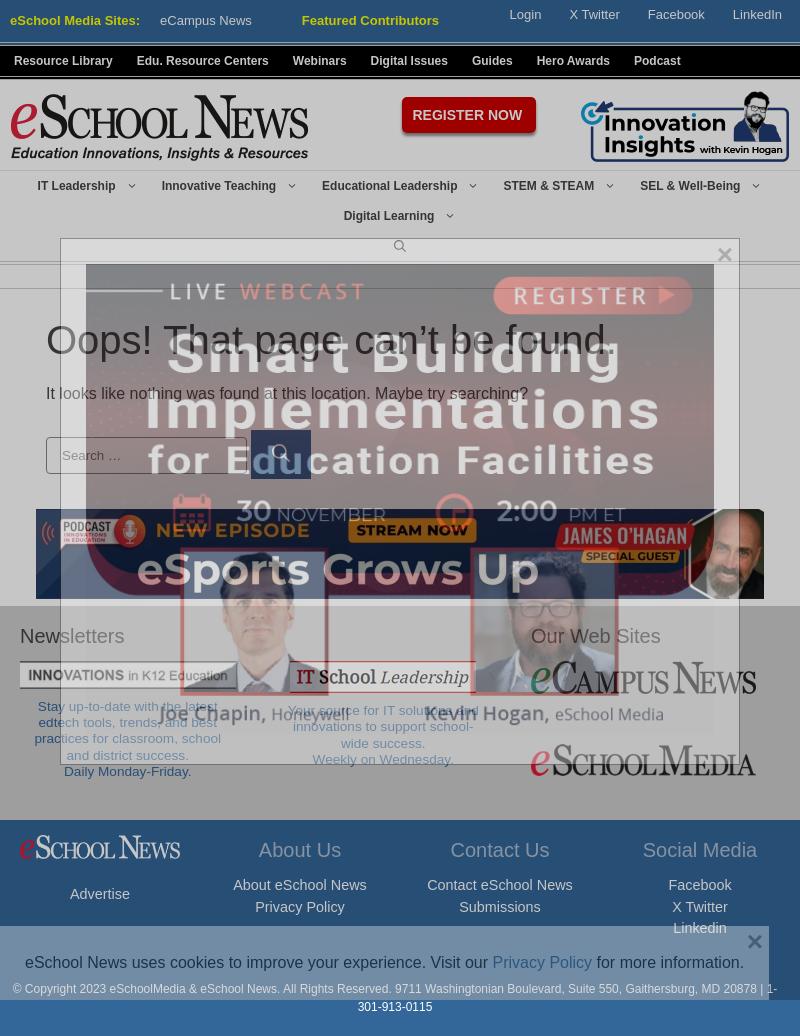 Image resolution: width=800 pixels, height=1036 pixels. What do you see at coordinates (70, 893) in the screenshot?
I see `'Advertise'` at bounding box center [70, 893].